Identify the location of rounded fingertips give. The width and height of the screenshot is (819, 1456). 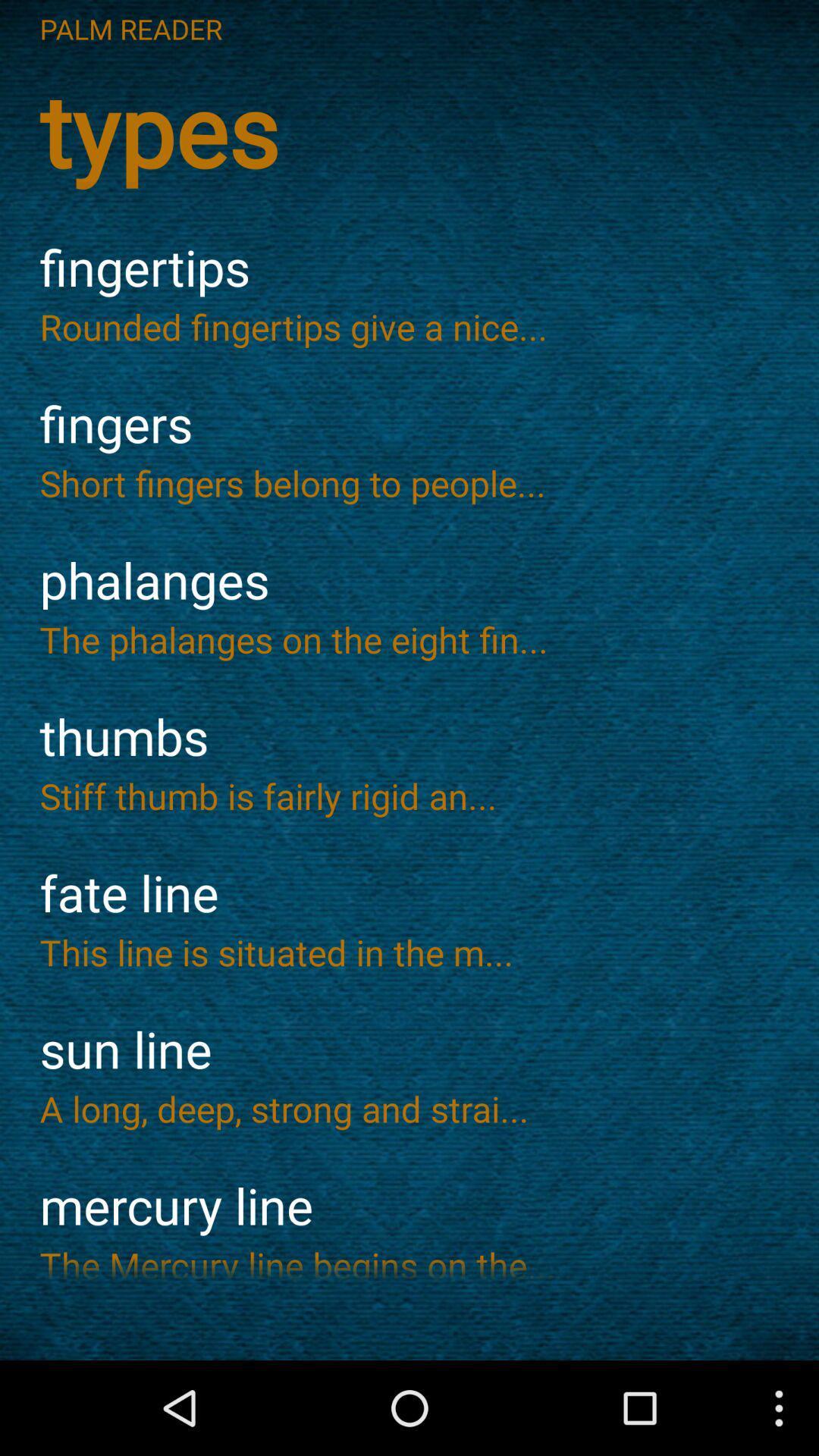
(409, 325).